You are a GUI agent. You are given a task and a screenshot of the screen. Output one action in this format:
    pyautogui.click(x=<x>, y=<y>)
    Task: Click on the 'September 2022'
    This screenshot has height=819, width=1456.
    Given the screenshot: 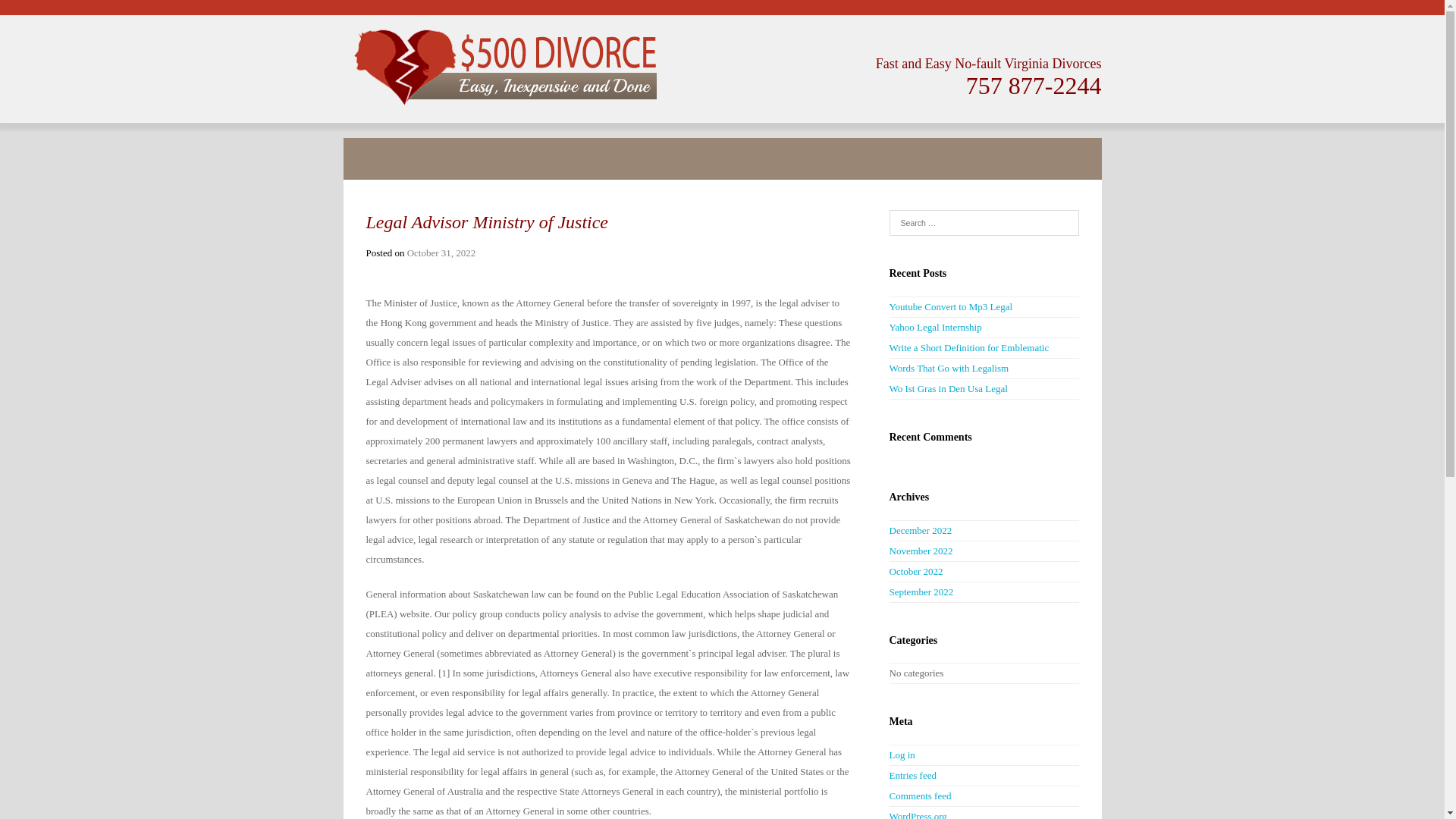 What is the action you would take?
    pyautogui.click(x=920, y=591)
    